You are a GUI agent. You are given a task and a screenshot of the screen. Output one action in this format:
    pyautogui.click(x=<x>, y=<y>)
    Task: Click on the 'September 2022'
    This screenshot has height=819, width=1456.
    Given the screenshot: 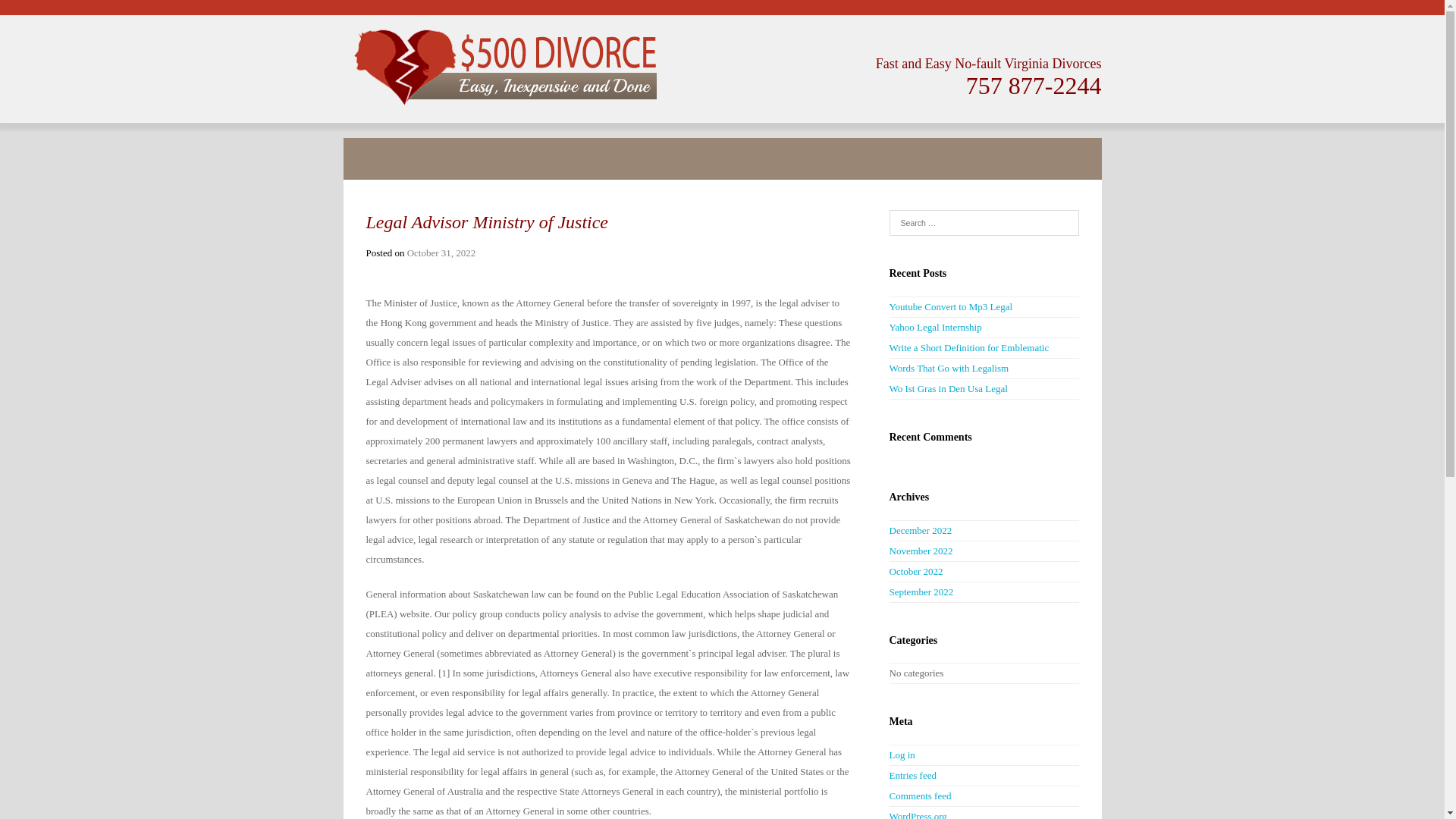 What is the action you would take?
    pyautogui.click(x=920, y=591)
    